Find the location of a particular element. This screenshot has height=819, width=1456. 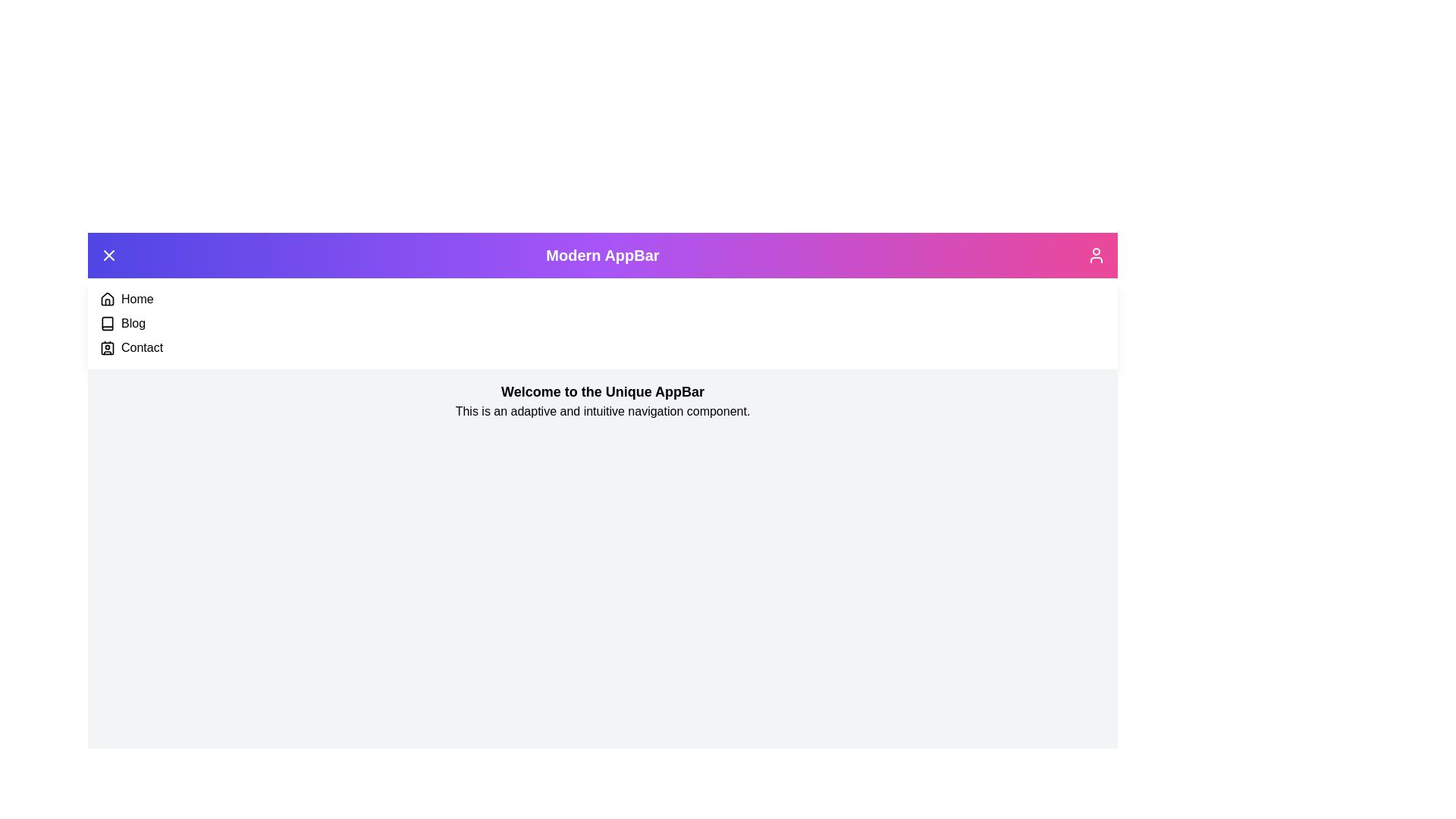

toggle button located at the top-left corner of the app bar to toggle the menu visibility is located at coordinates (108, 254).